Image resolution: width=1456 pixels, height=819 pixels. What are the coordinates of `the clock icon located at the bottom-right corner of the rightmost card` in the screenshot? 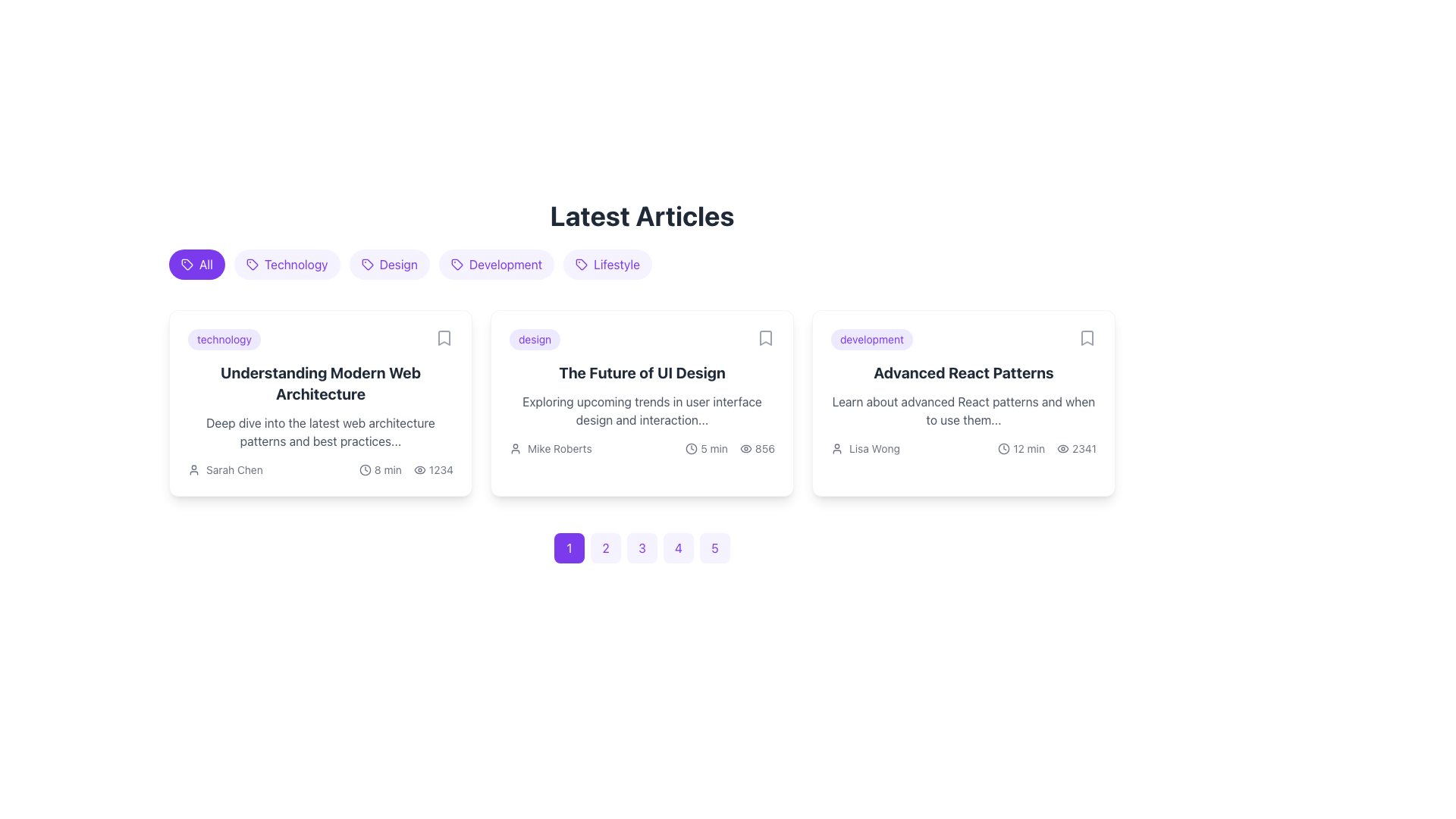 It's located at (1004, 447).